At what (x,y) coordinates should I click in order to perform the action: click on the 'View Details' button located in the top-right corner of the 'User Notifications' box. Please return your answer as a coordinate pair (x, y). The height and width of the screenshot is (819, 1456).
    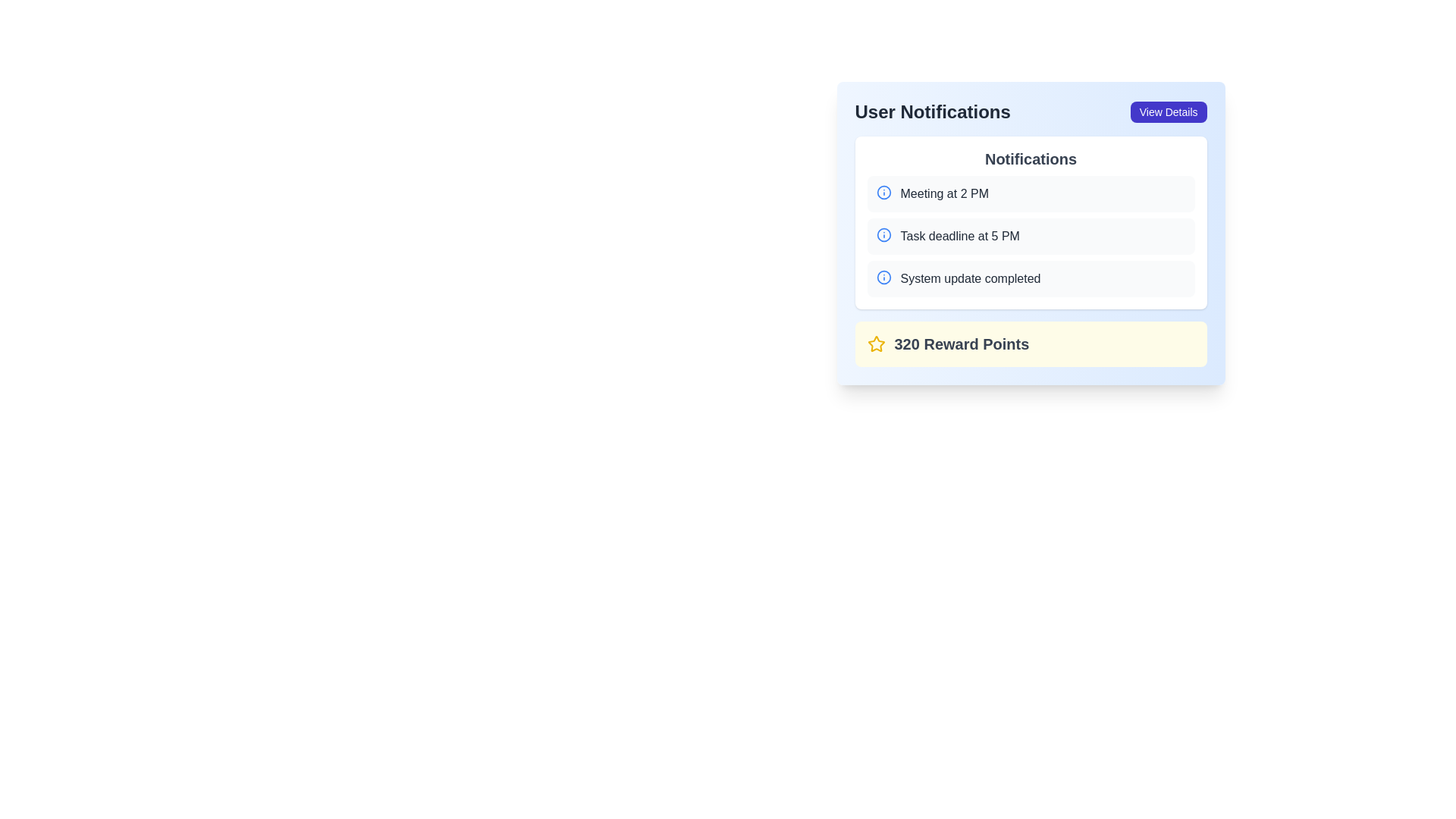
    Looking at the image, I should click on (1168, 111).